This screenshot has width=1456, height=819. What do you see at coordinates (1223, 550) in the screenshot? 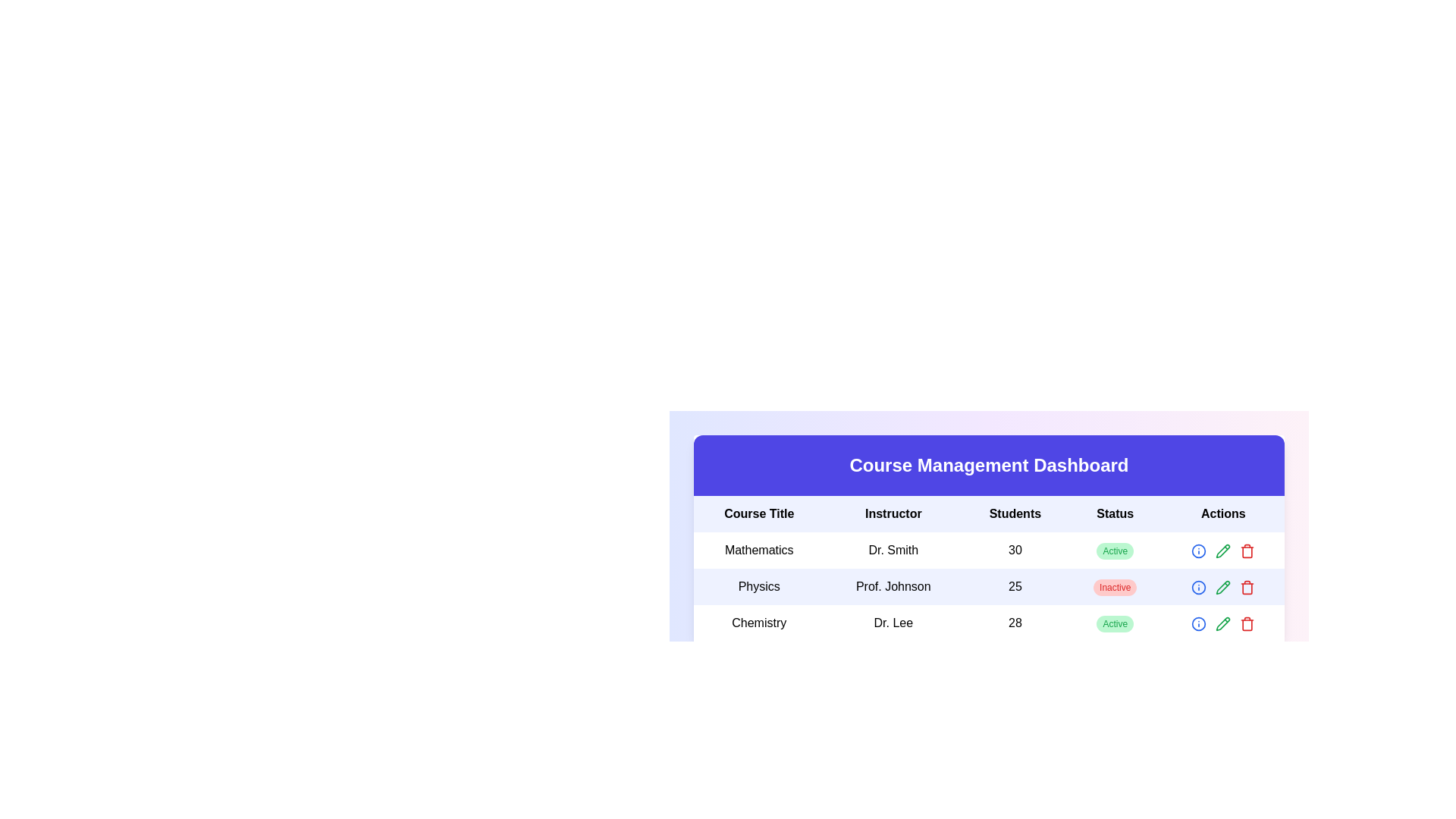
I see `the edit icon in the 'Actions' column of the second row in the table for the course 'Physics' taught by 'Prof. Johnson'` at bounding box center [1223, 550].